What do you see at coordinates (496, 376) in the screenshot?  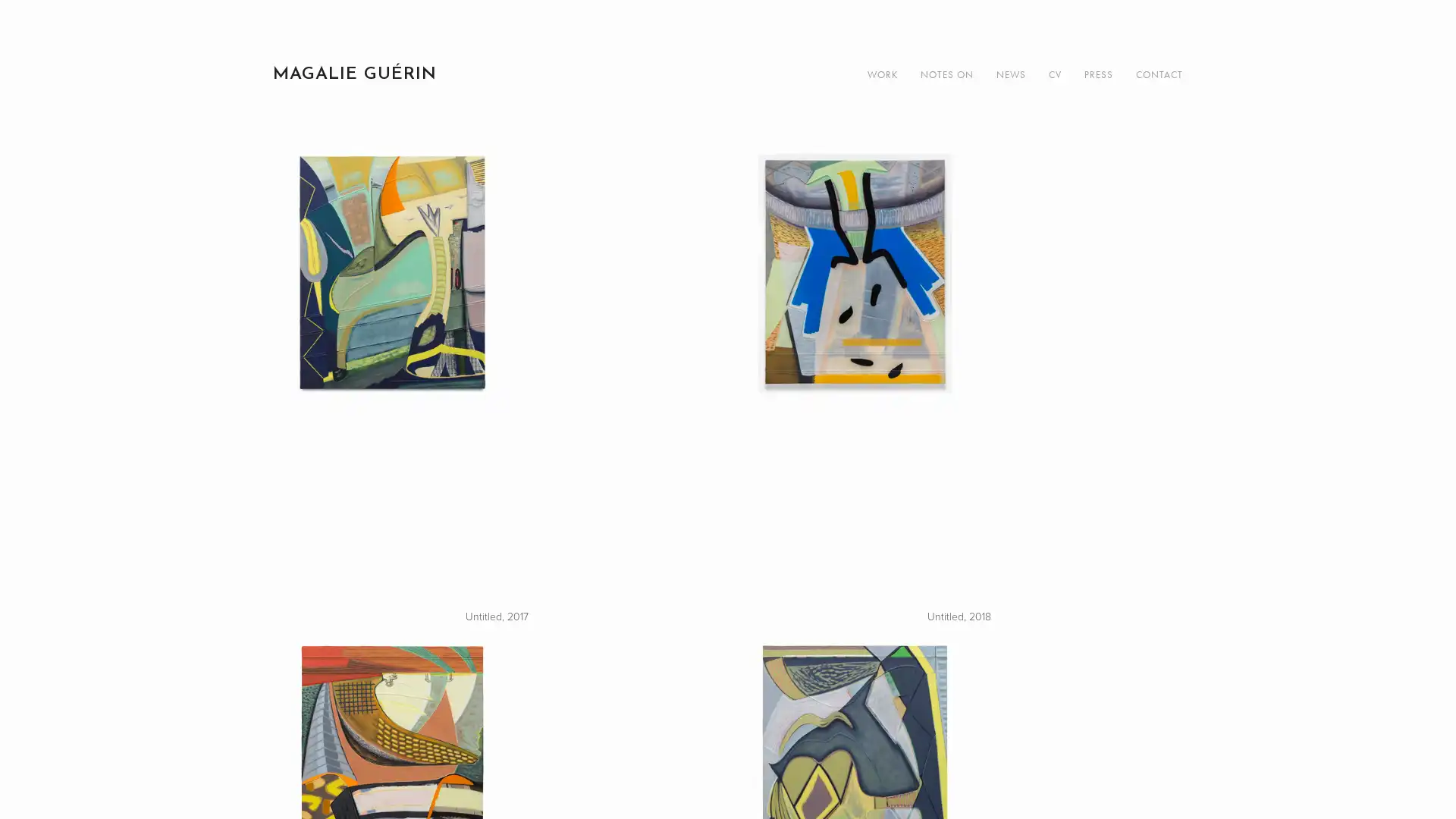 I see `View fullsize Untitled, 2017` at bounding box center [496, 376].